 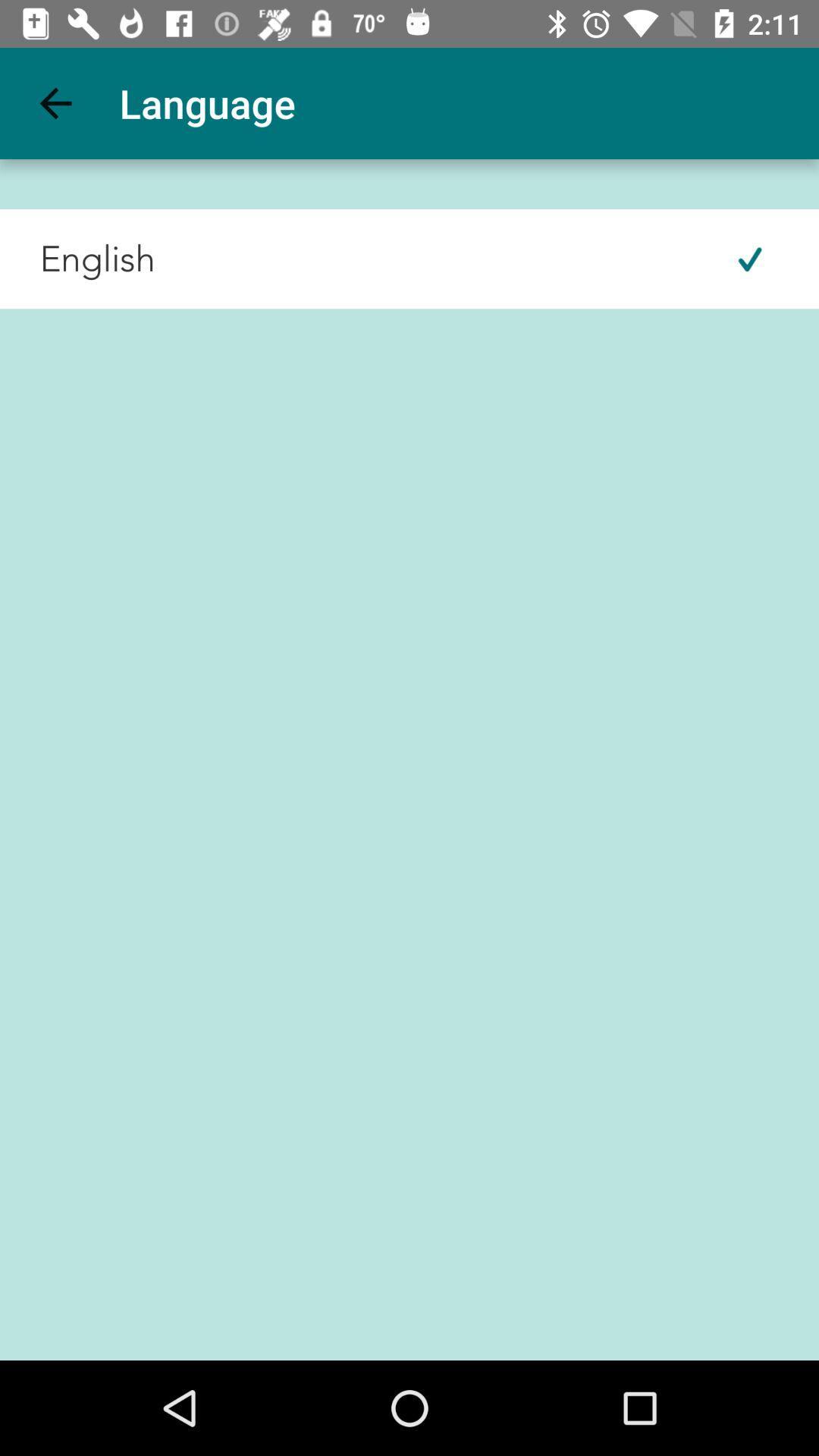 What do you see at coordinates (55, 102) in the screenshot?
I see `the item above english` at bounding box center [55, 102].